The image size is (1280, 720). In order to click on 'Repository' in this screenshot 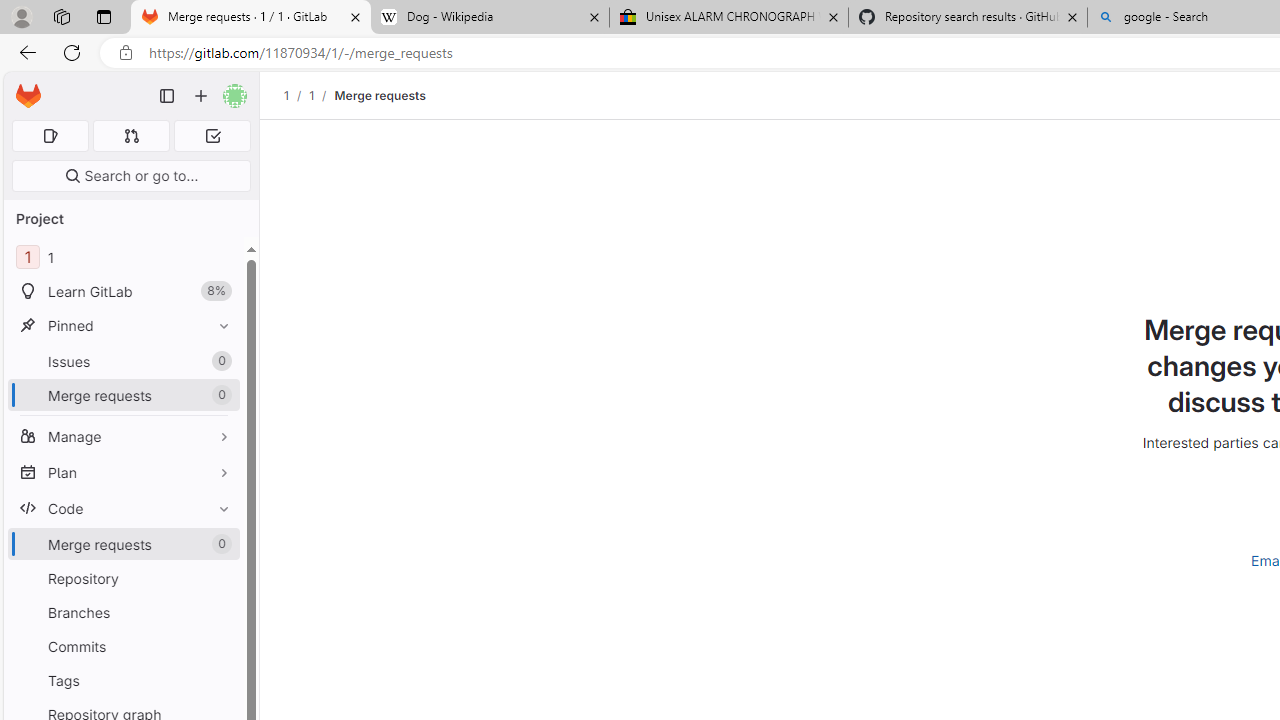, I will do `click(123, 578)`.